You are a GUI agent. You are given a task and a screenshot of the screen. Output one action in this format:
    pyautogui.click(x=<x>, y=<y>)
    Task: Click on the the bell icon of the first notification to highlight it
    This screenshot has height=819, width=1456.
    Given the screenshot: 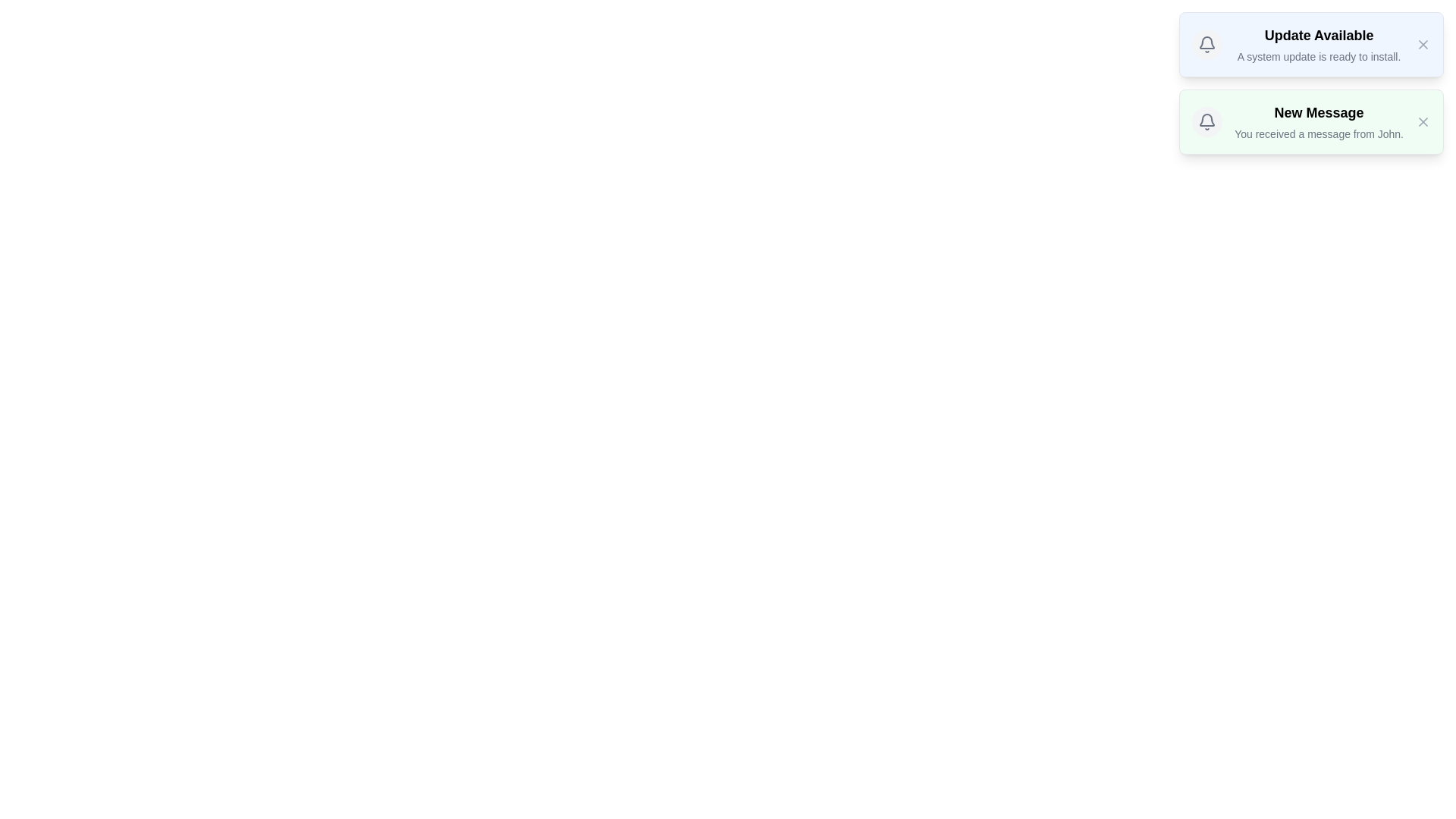 What is the action you would take?
    pyautogui.click(x=1207, y=43)
    